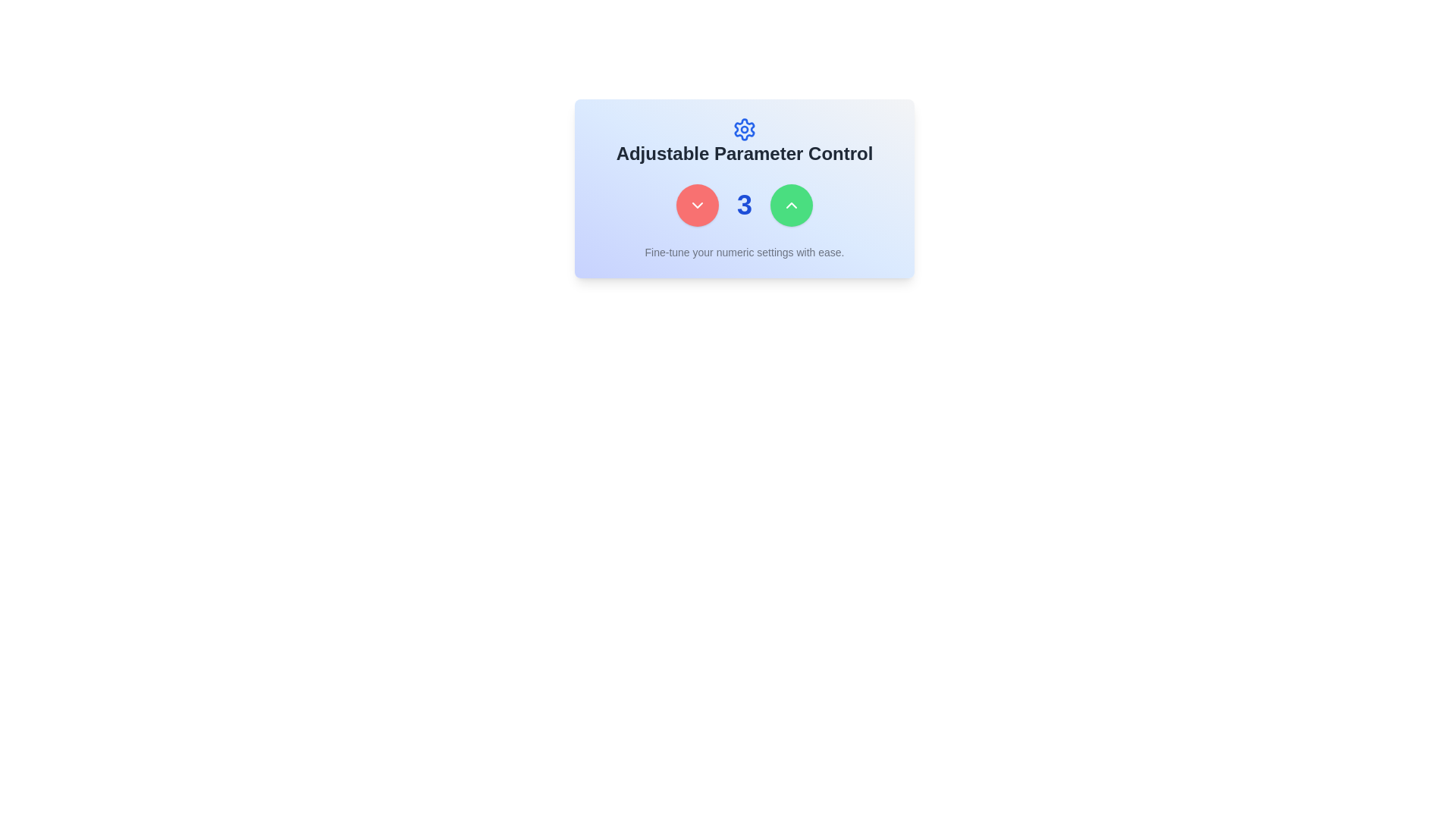 This screenshot has width=1456, height=819. What do you see at coordinates (745, 205) in the screenshot?
I see `the static text display that shows the current value or setting, positioned centrally between a red button with a downward chevron and a green button with an upward chevron` at bounding box center [745, 205].